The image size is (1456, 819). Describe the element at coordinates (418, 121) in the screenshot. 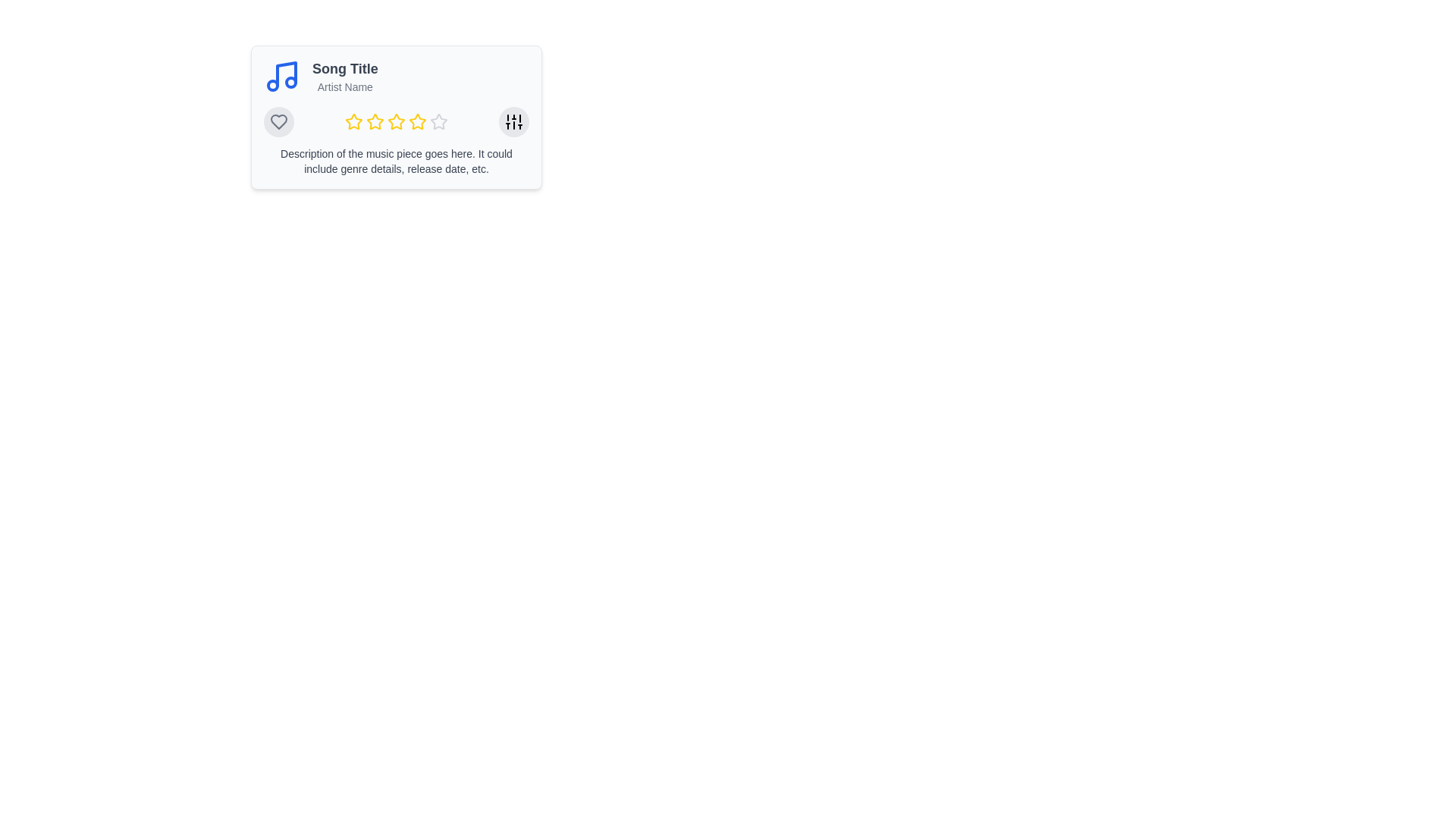

I see `the fourth star icon in the rating system` at that location.